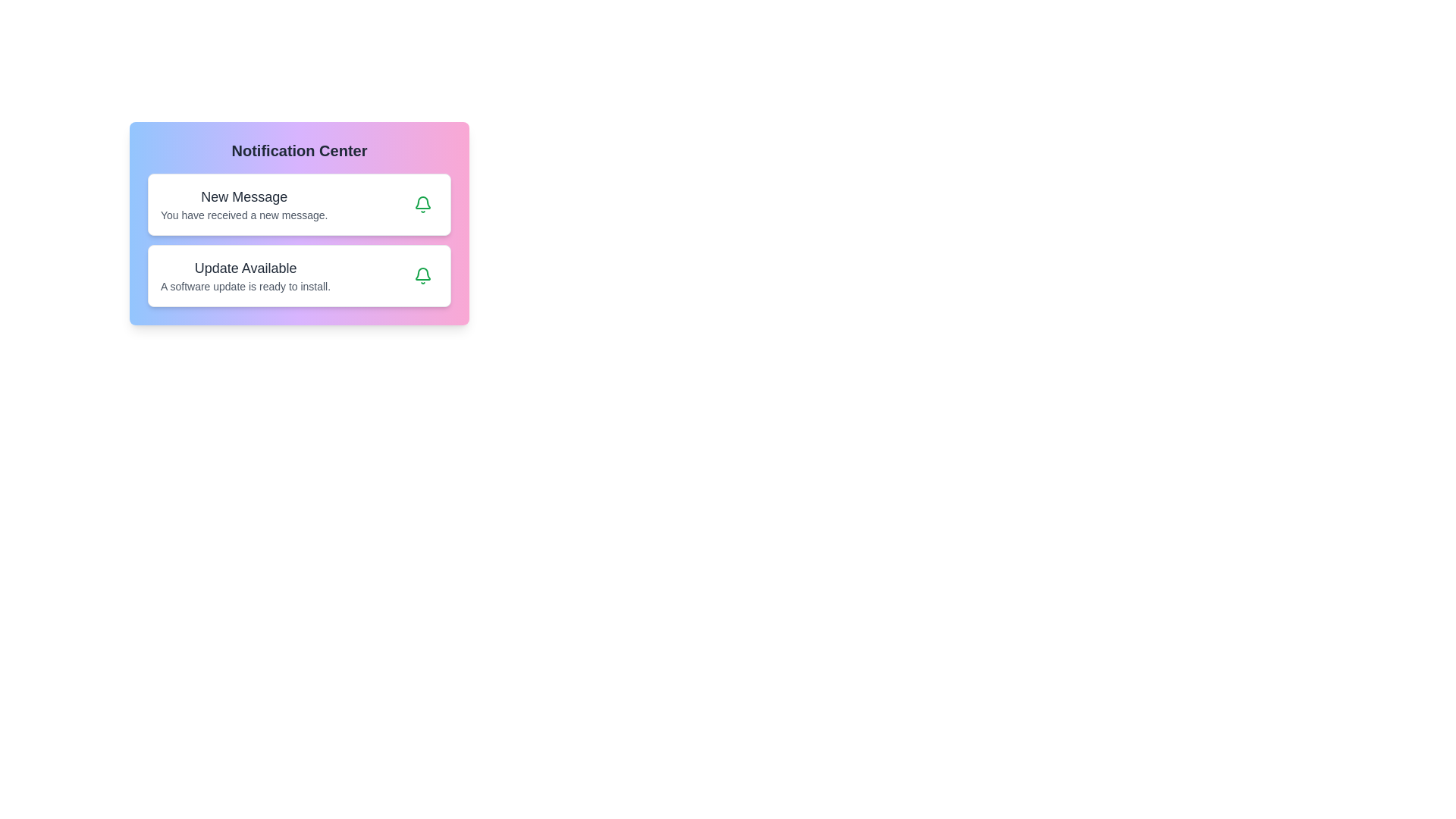 The image size is (1456, 819). Describe the element at coordinates (422, 205) in the screenshot. I see `the bell icon in the notification center` at that location.